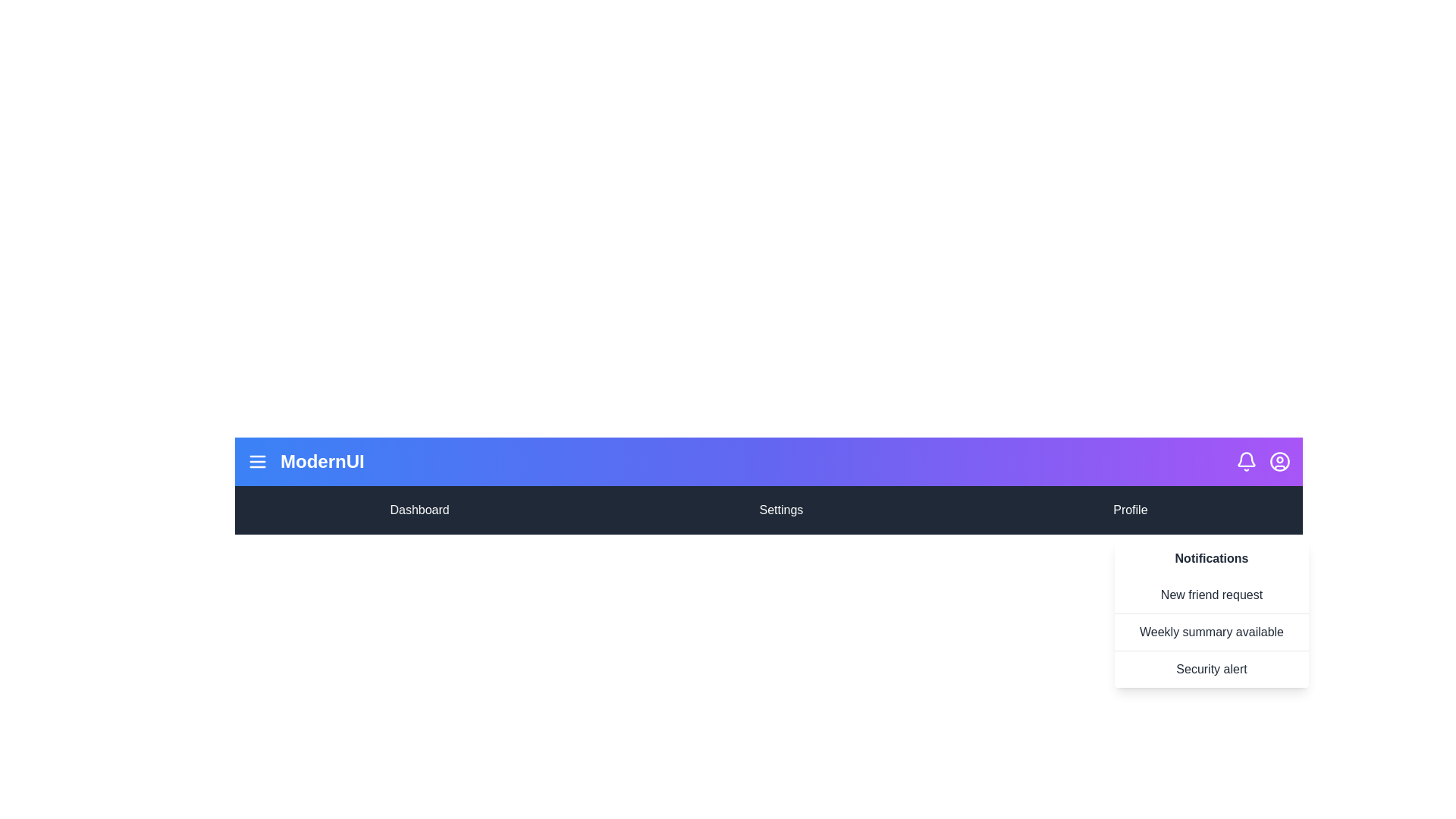 This screenshot has width=1456, height=819. Describe the element at coordinates (419, 510) in the screenshot. I see `the menu item Dashboard to select it` at that location.